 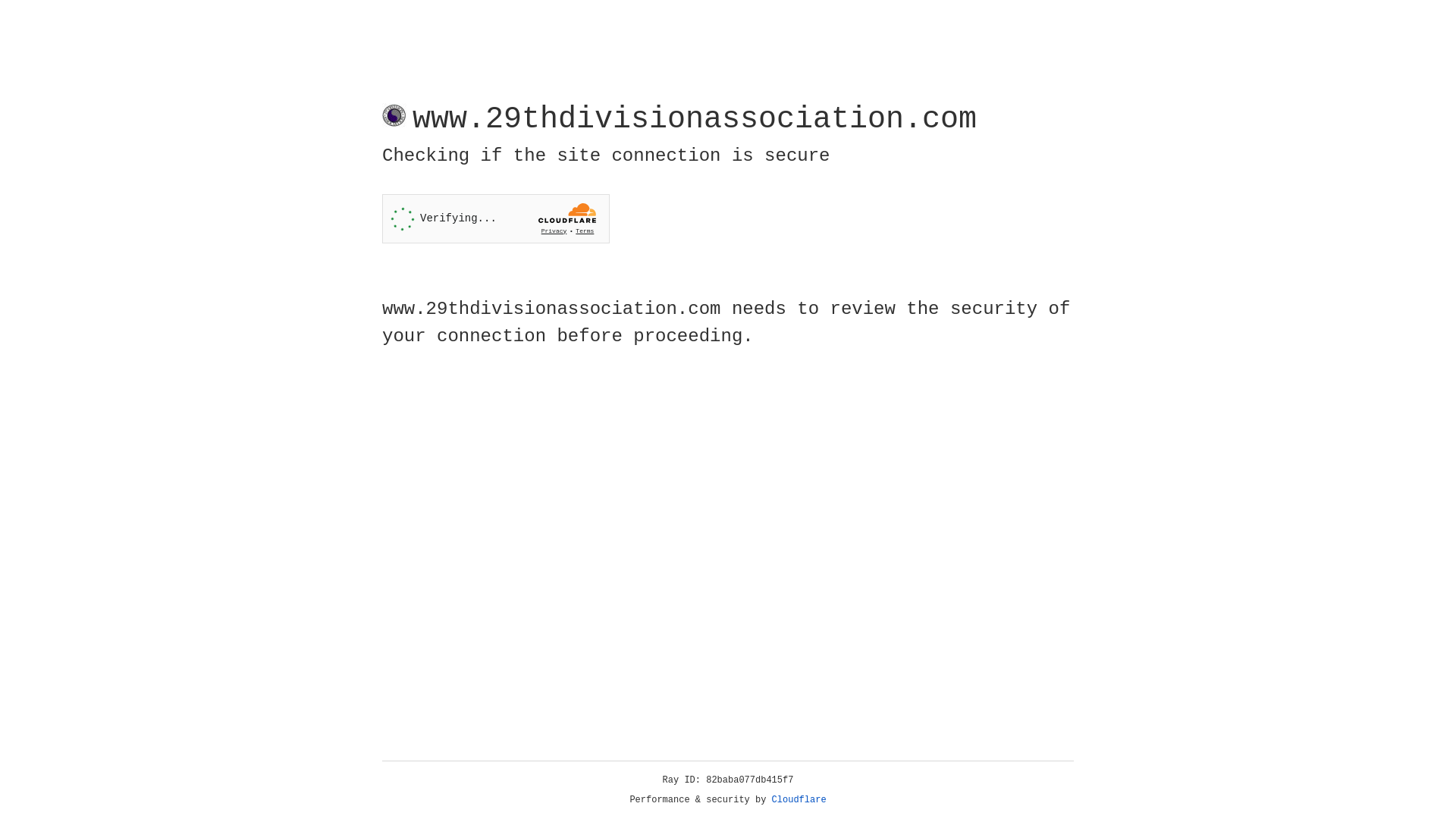 What do you see at coordinates (799, 799) in the screenshot?
I see `'Cloudflare'` at bounding box center [799, 799].